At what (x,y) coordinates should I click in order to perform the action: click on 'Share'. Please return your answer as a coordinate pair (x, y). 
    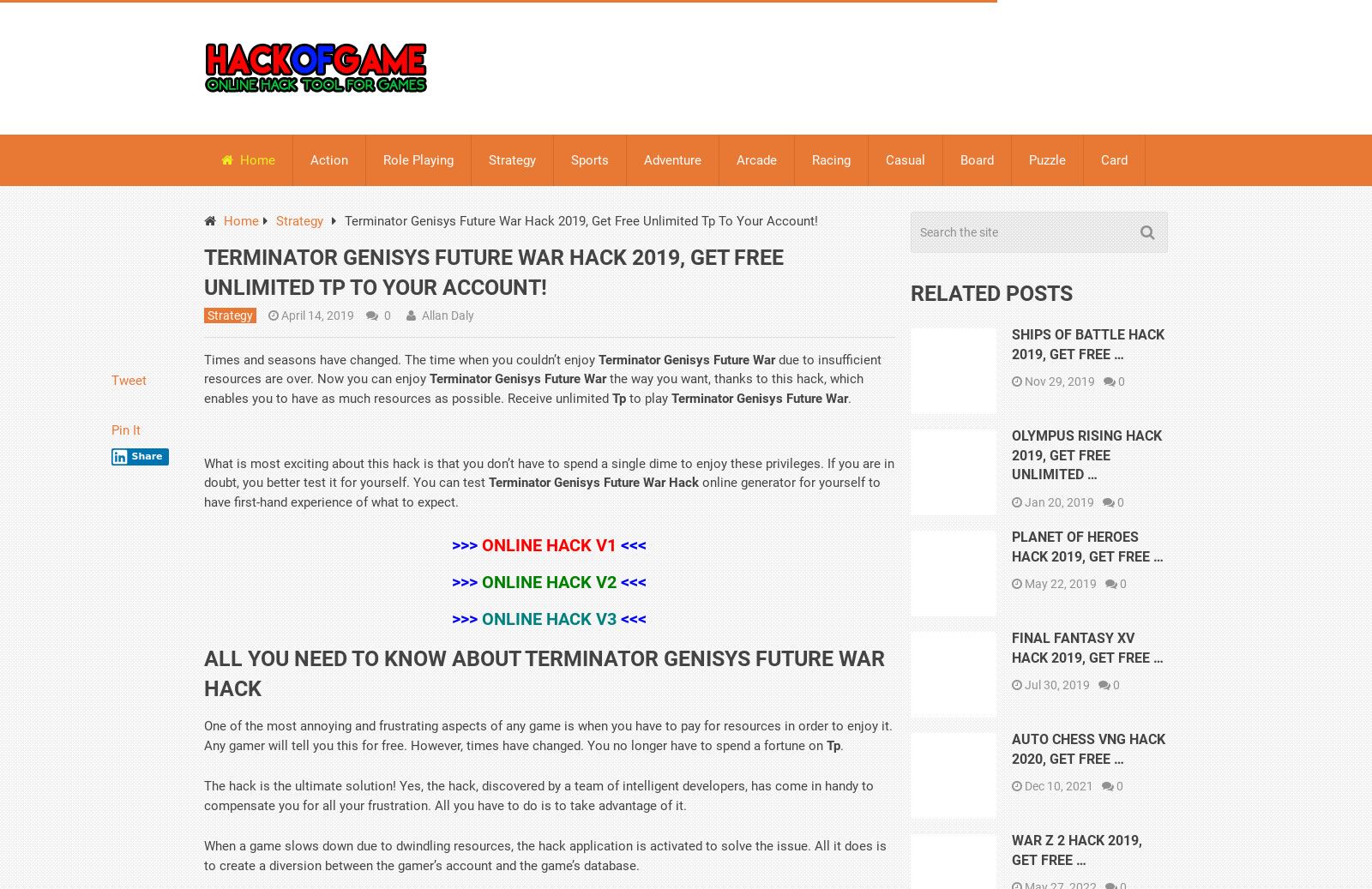
    Looking at the image, I should click on (146, 455).